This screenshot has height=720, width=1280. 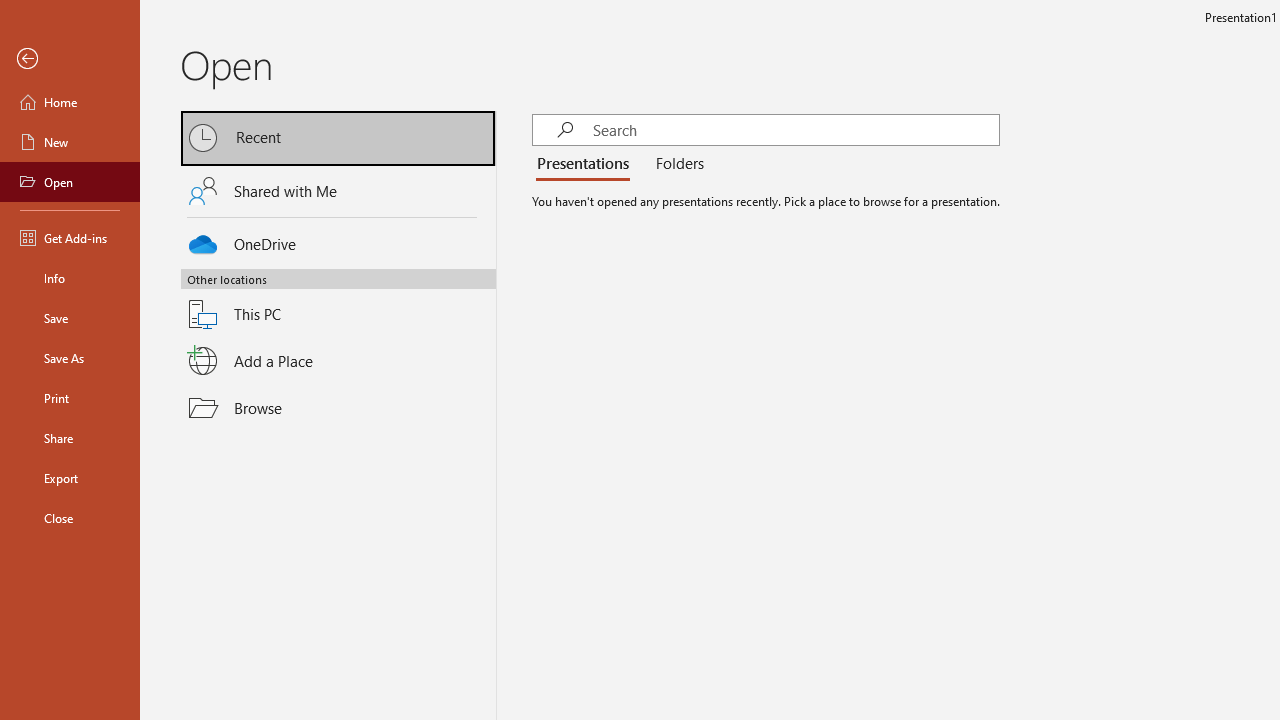 What do you see at coordinates (69, 356) in the screenshot?
I see `'Save As'` at bounding box center [69, 356].